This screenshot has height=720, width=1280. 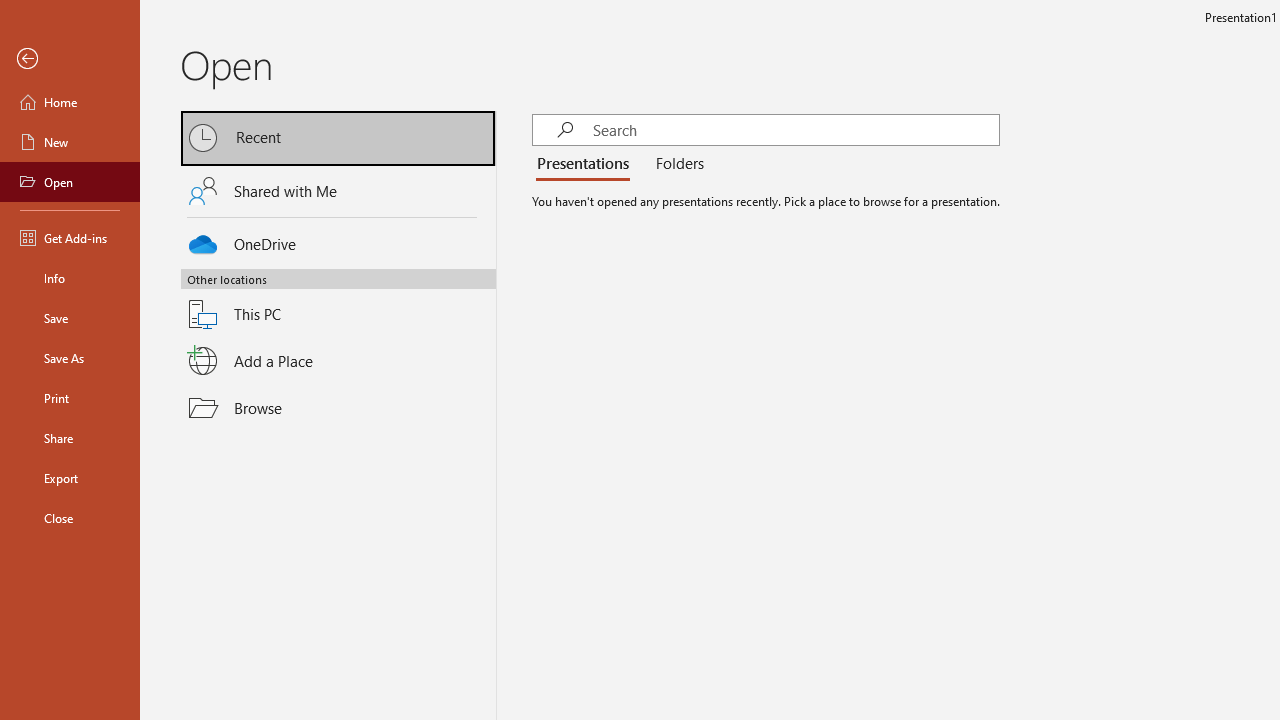 What do you see at coordinates (69, 356) in the screenshot?
I see `'Save As'` at bounding box center [69, 356].